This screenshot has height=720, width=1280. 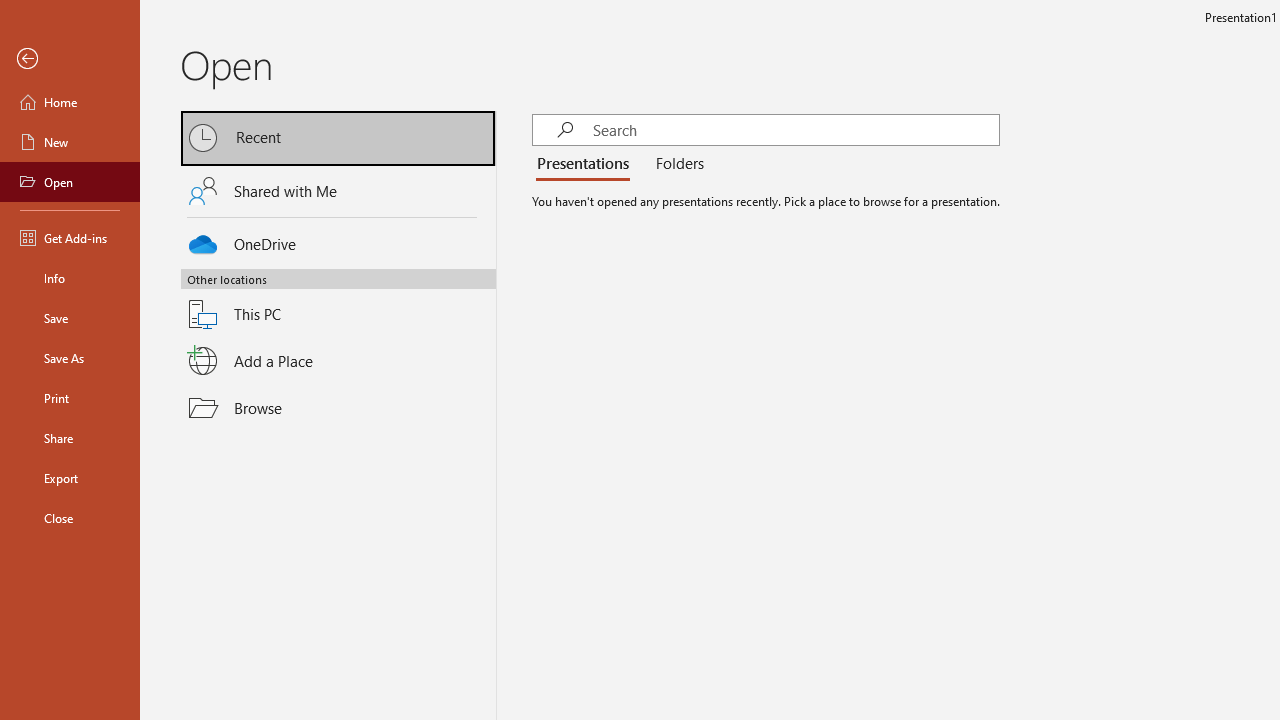 What do you see at coordinates (69, 356) in the screenshot?
I see `'Save As'` at bounding box center [69, 356].